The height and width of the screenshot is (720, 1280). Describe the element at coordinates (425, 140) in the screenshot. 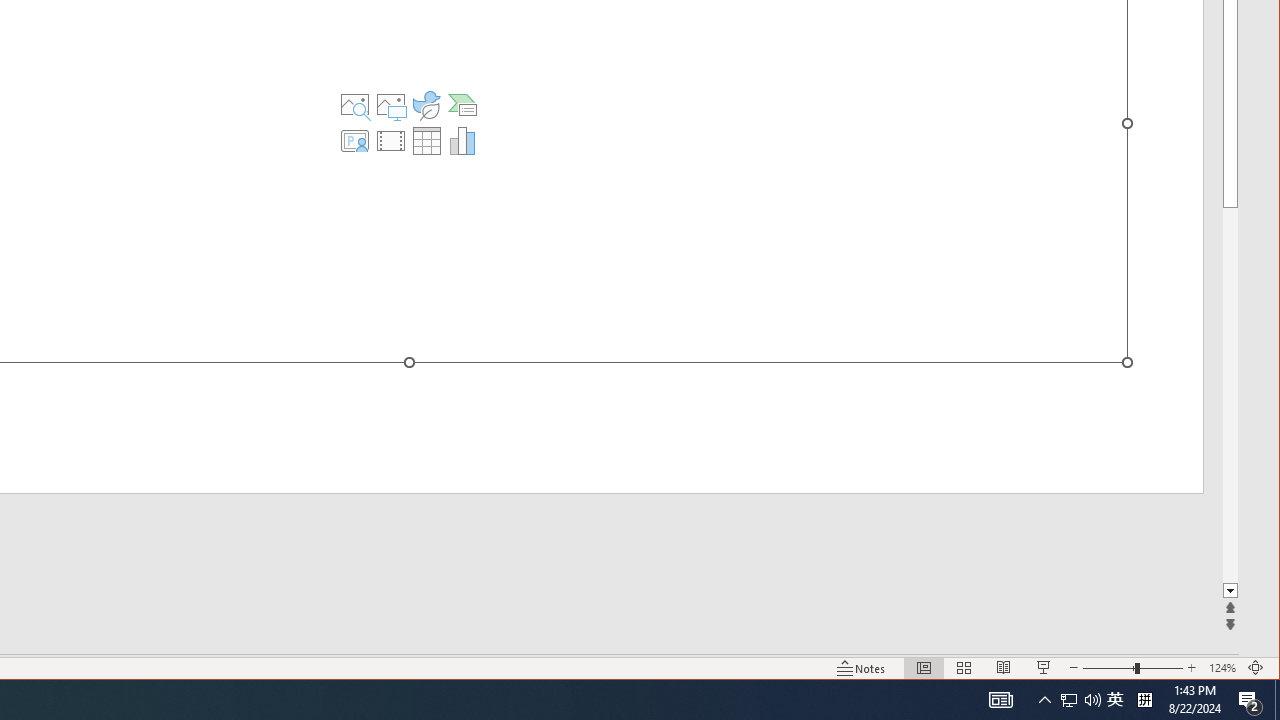

I see `'Insert Table'` at that location.